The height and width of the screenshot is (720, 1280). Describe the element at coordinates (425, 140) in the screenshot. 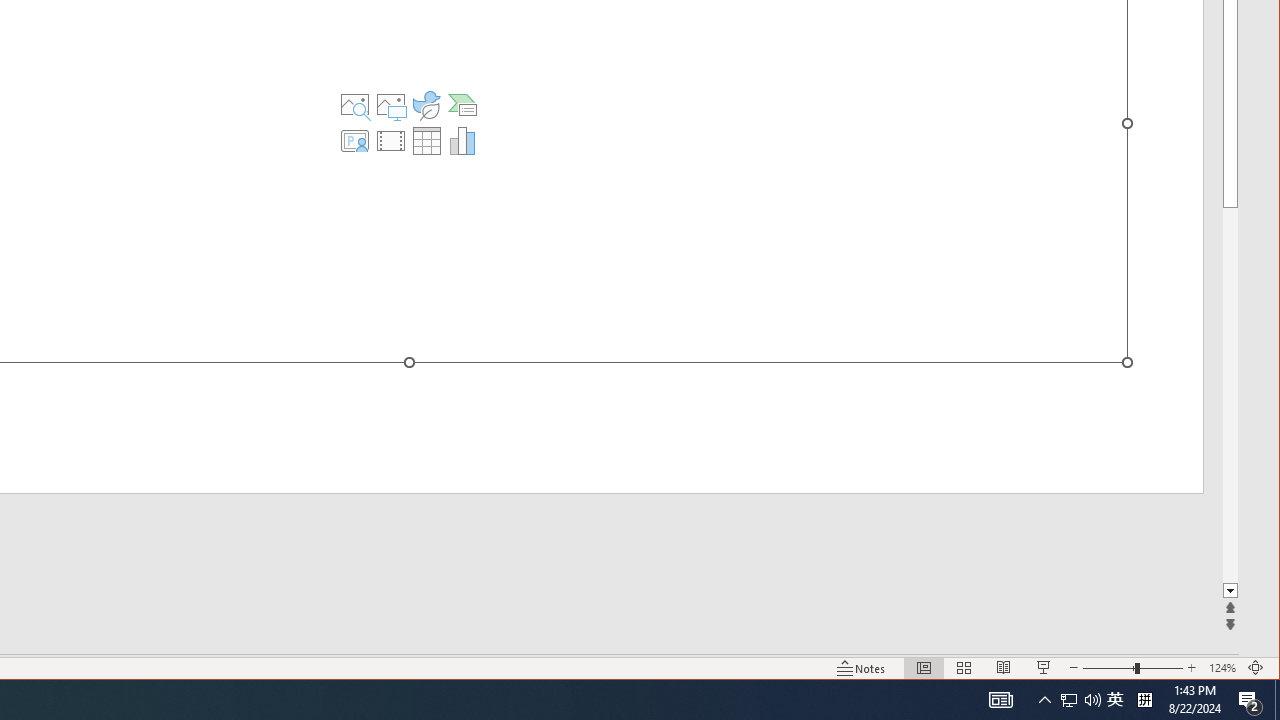

I see `'Insert Table'` at that location.